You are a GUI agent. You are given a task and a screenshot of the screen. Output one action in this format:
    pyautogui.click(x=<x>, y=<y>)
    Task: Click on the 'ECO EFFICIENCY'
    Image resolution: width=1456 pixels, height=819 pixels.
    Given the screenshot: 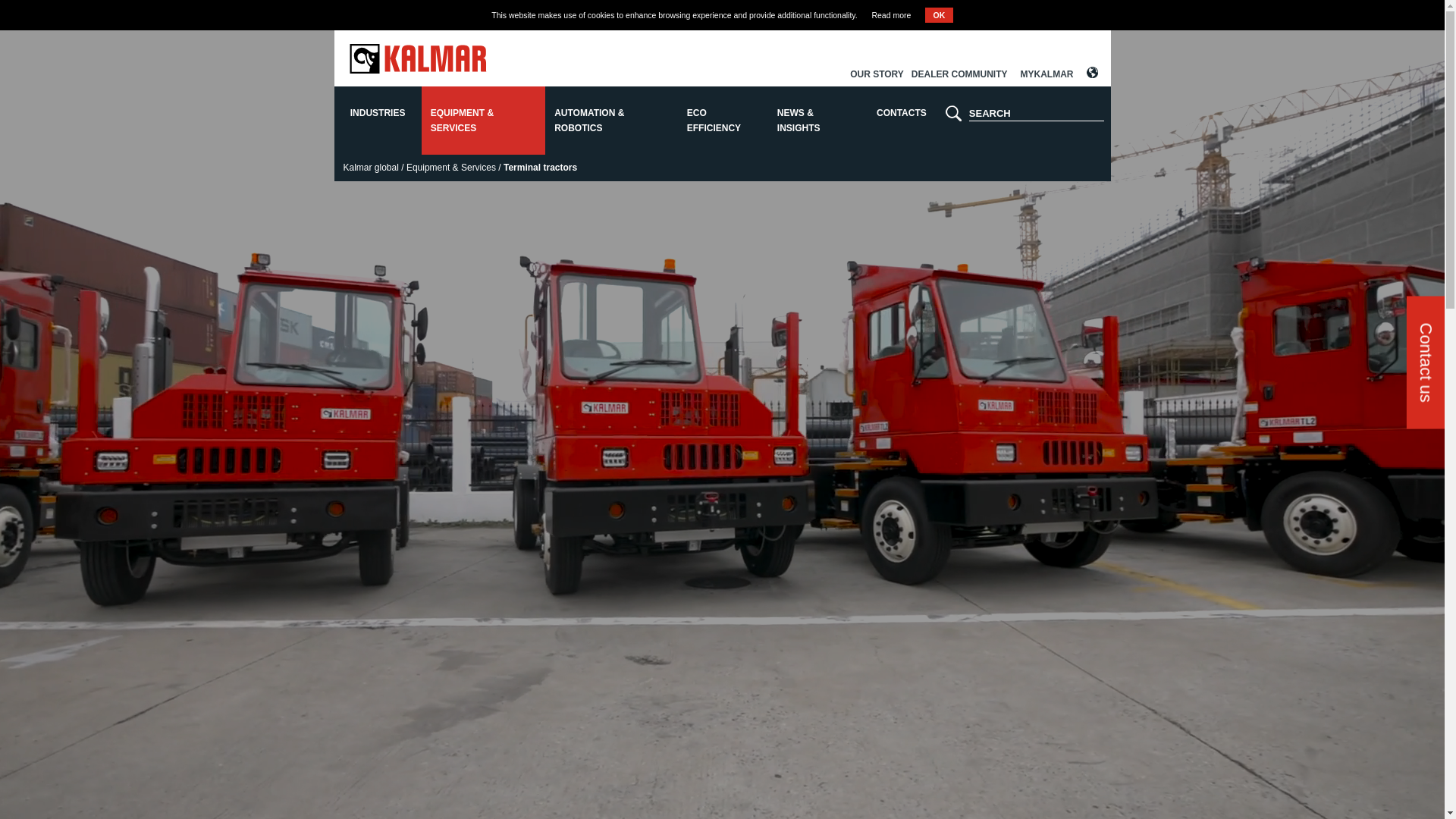 What is the action you would take?
    pyautogui.click(x=722, y=119)
    